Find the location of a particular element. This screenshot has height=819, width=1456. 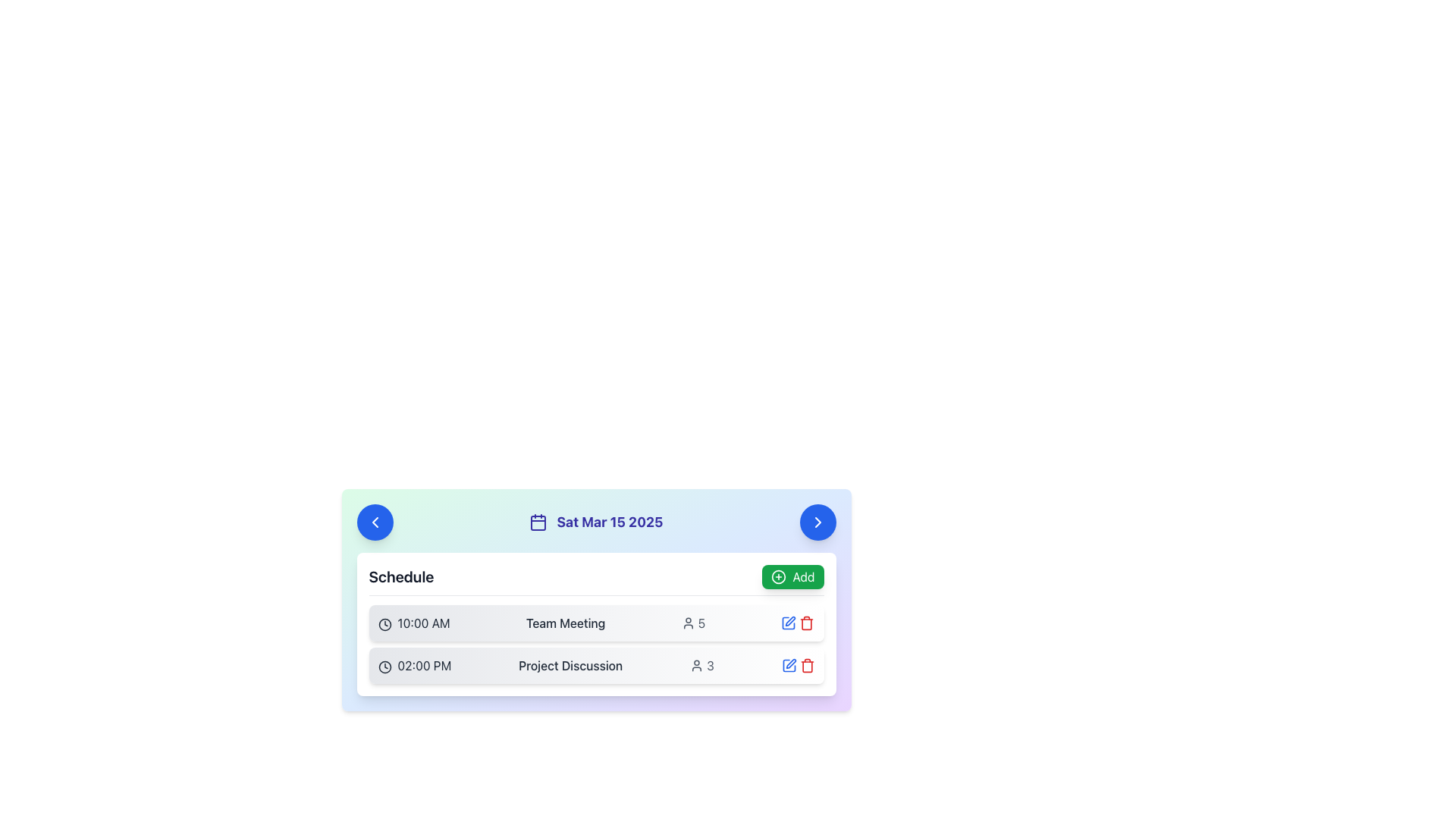

text label displaying 'Team Meeting', which is styled in gray color and medium font weight, located in the schedule list next to the '10:00 AM' time indicator is located at coordinates (565, 623).